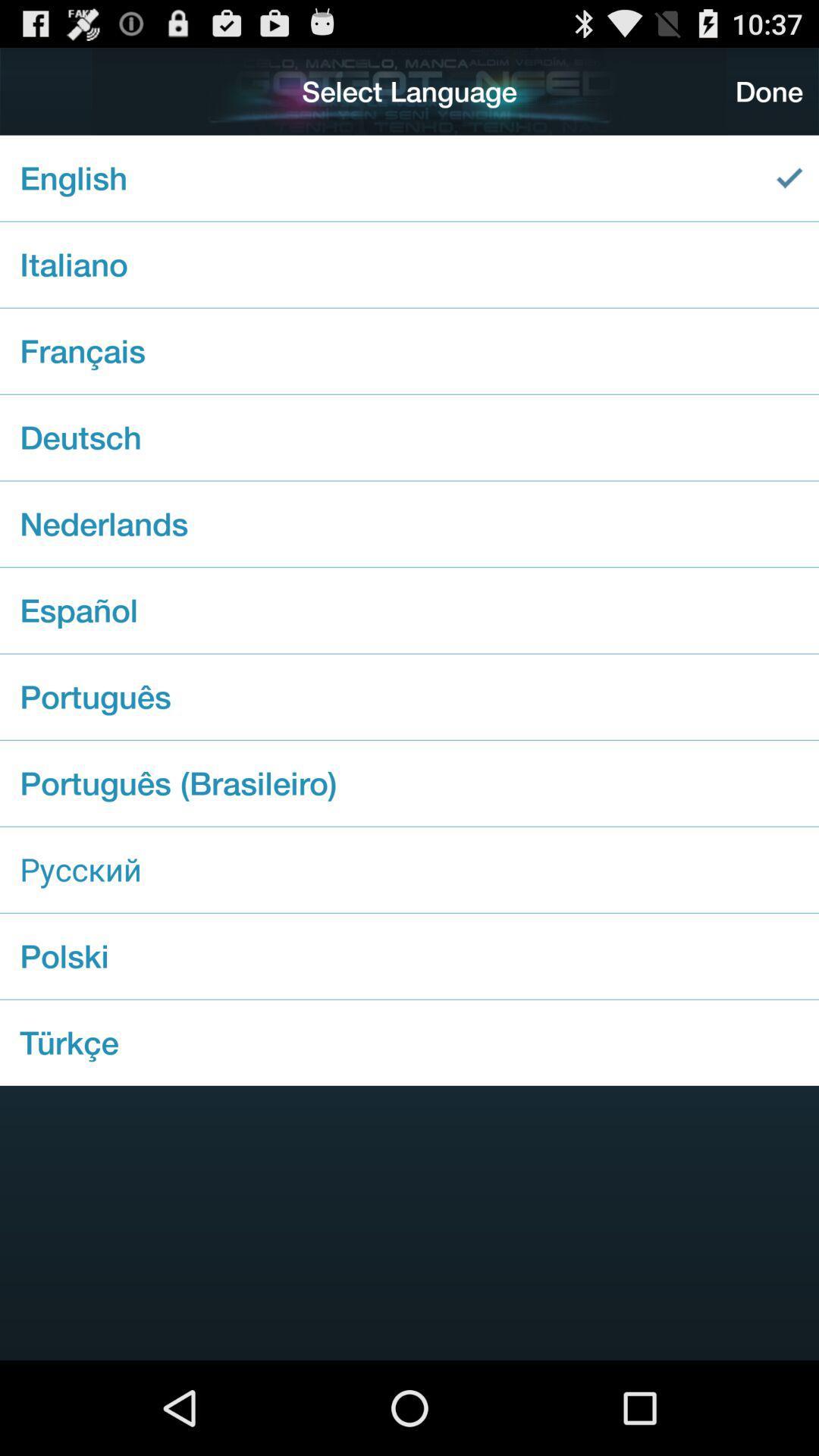 The width and height of the screenshot is (819, 1456). What do you see at coordinates (409, 524) in the screenshot?
I see `nederlands item` at bounding box center [409, 524].